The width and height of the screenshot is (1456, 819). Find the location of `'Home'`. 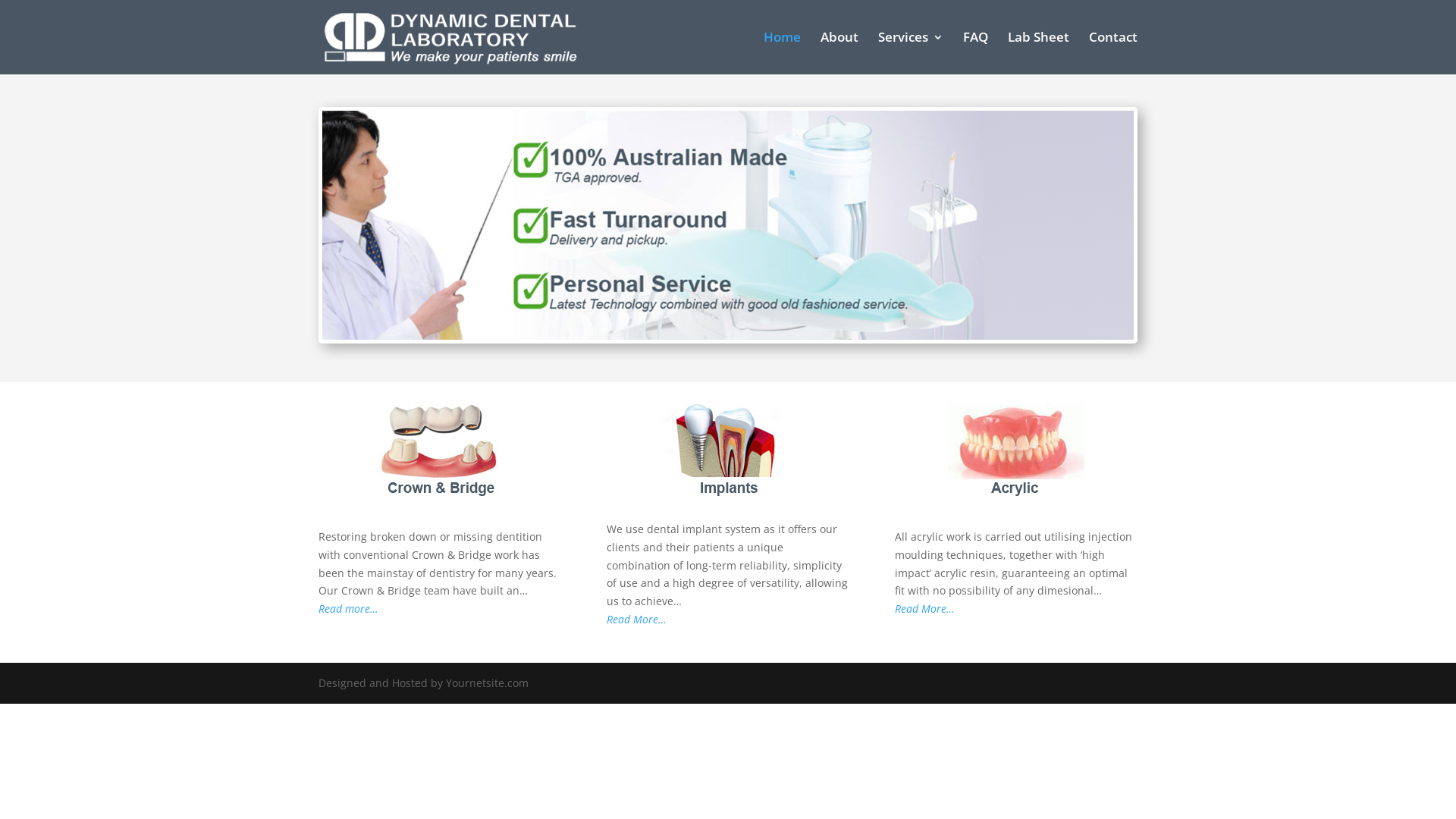

'Home' is located at coordinates (782, 52).